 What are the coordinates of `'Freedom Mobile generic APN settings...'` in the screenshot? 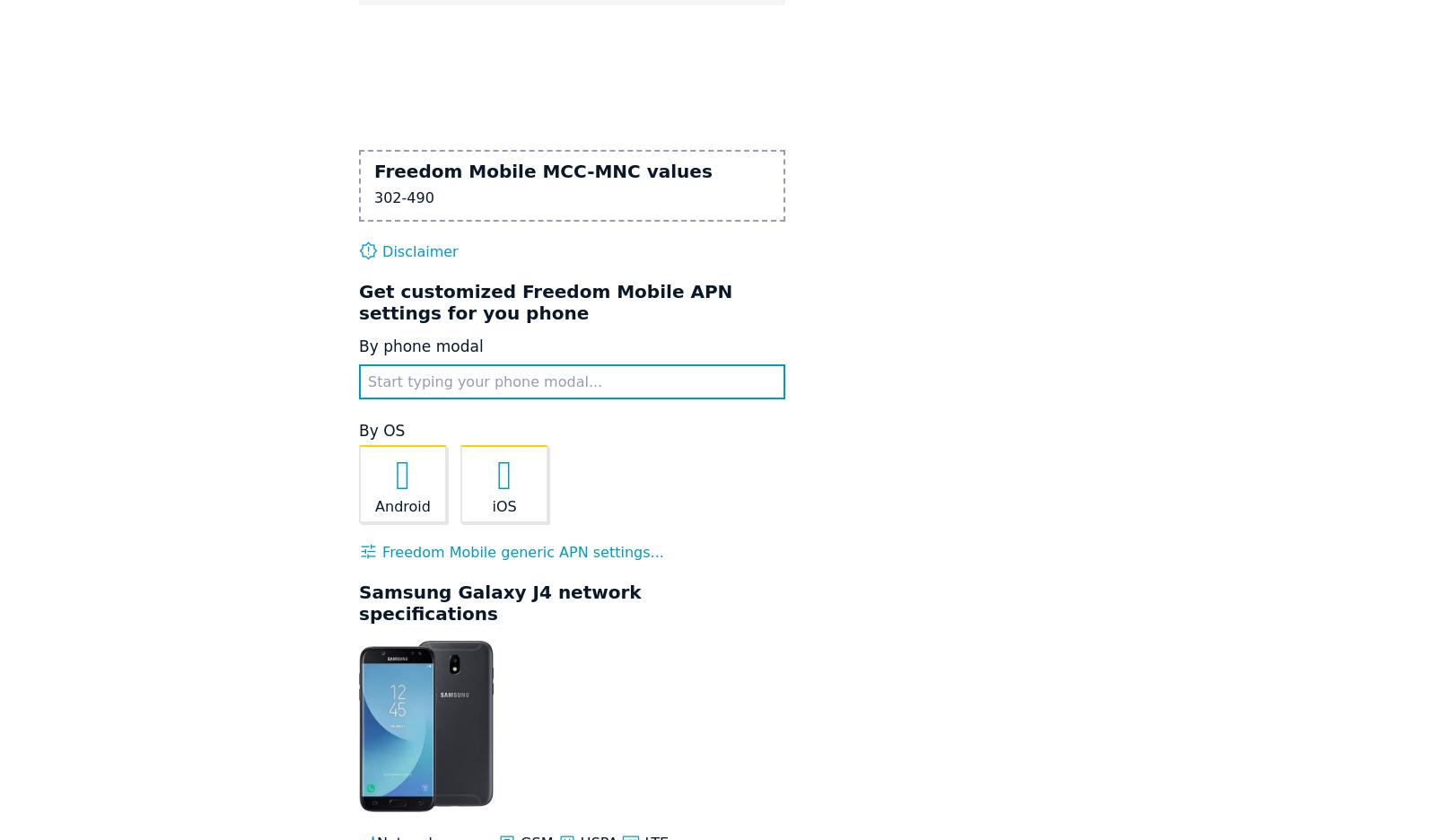 It's located at (520, 551).